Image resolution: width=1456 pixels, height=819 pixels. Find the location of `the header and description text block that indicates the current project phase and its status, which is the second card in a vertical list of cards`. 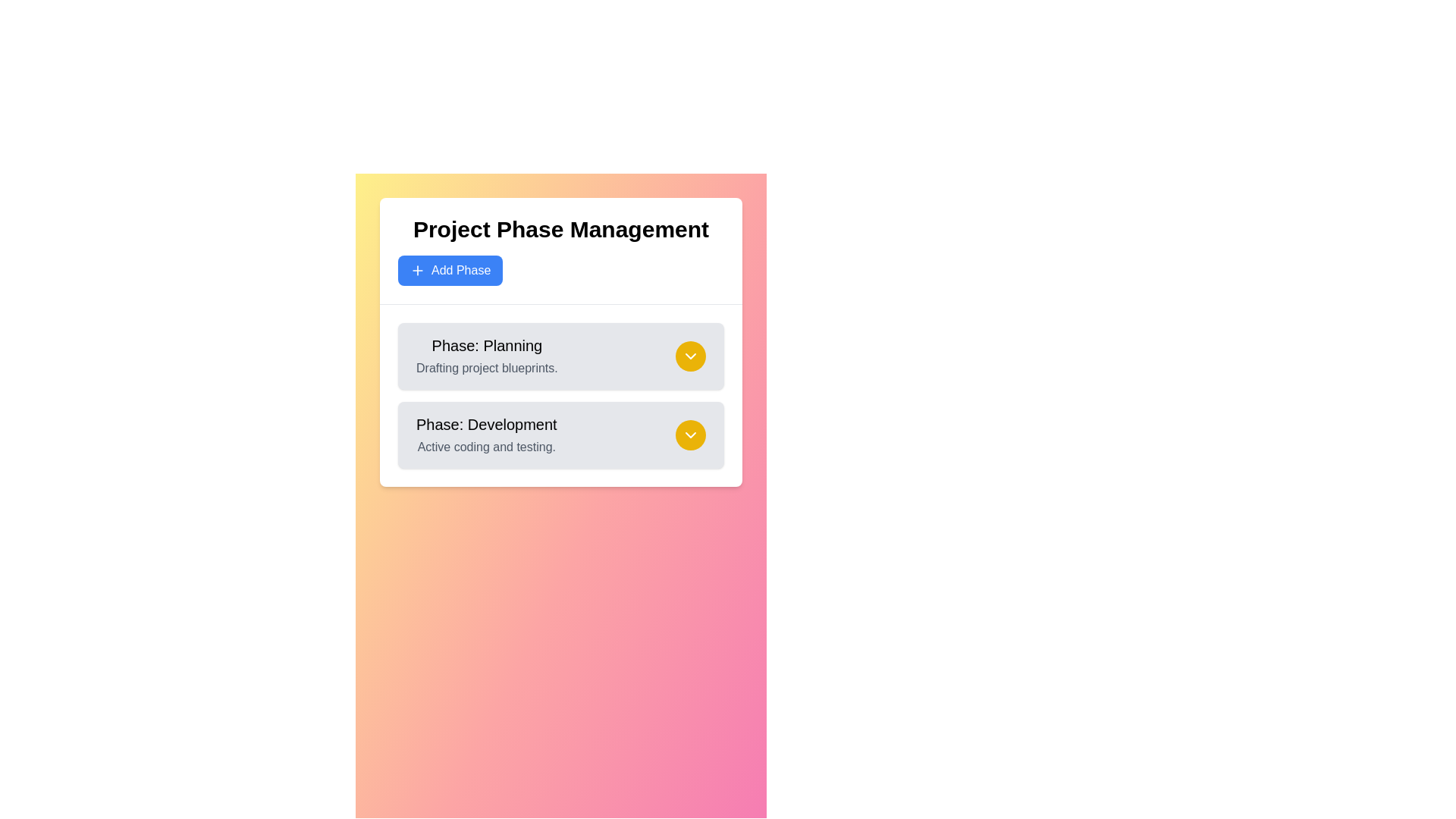

the header and description text block that indicates the current project phase and its status, which is the second card in a vertical list of cards is located at coordinates (486, 435).